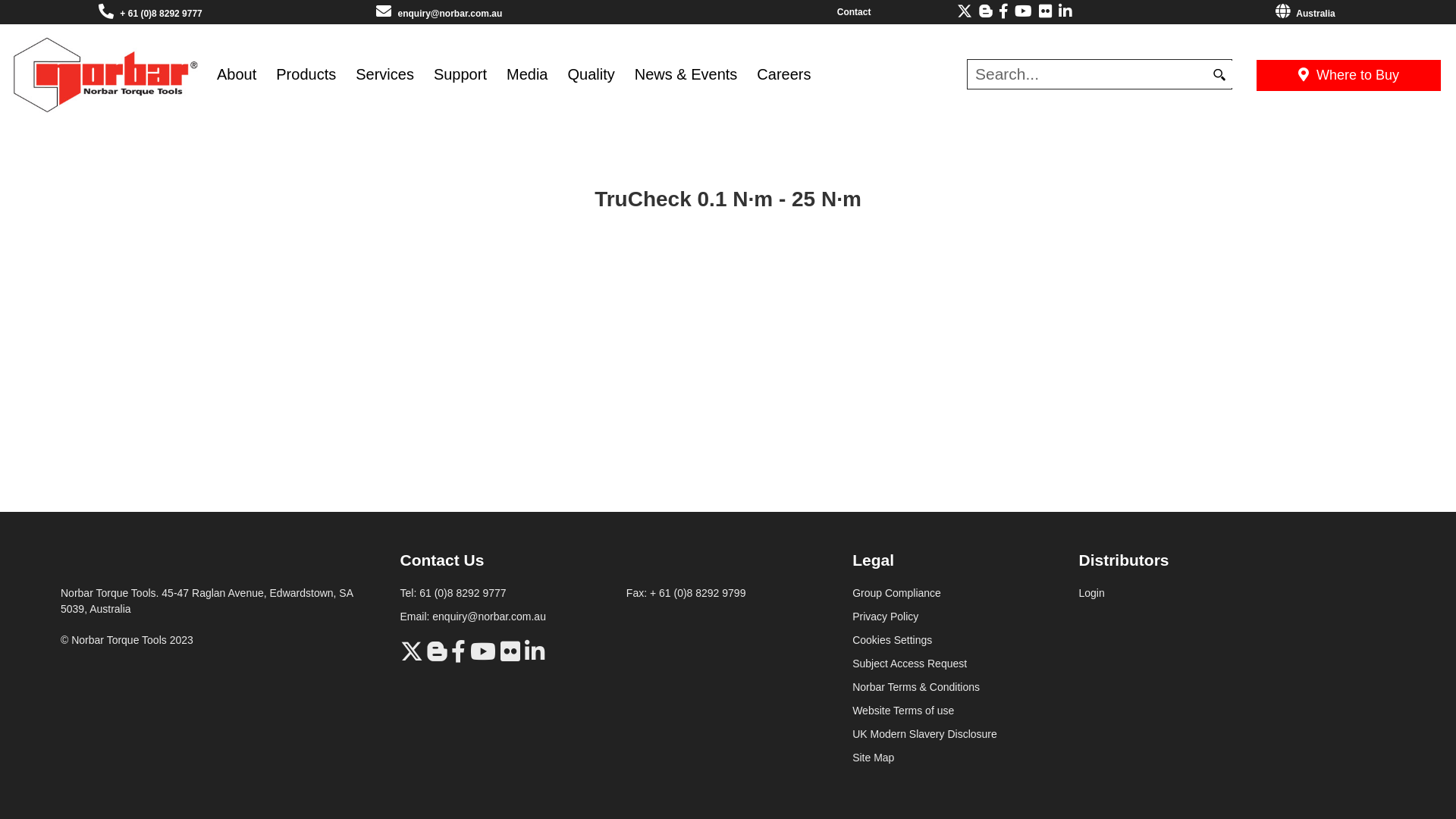 This screenshot has height=819, width=1456. Describe the element at coordinates (1219, 74) in the screenshot. I see `'Search'` at that location.